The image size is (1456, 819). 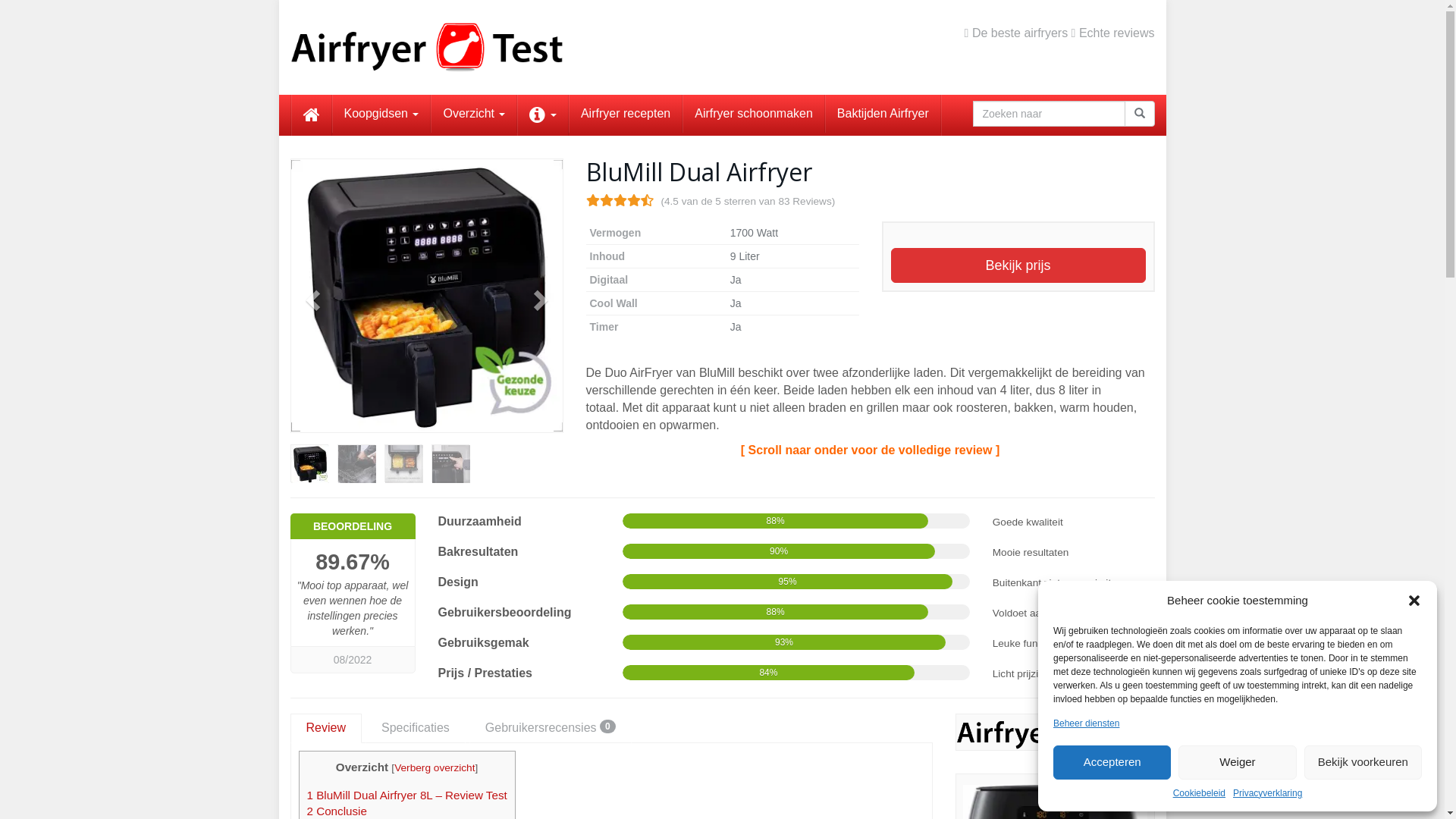 What do you see at coordinates (335, 810) in the screenshot?
I see `'2 Conclusie'` at bounding box center [335, 810].